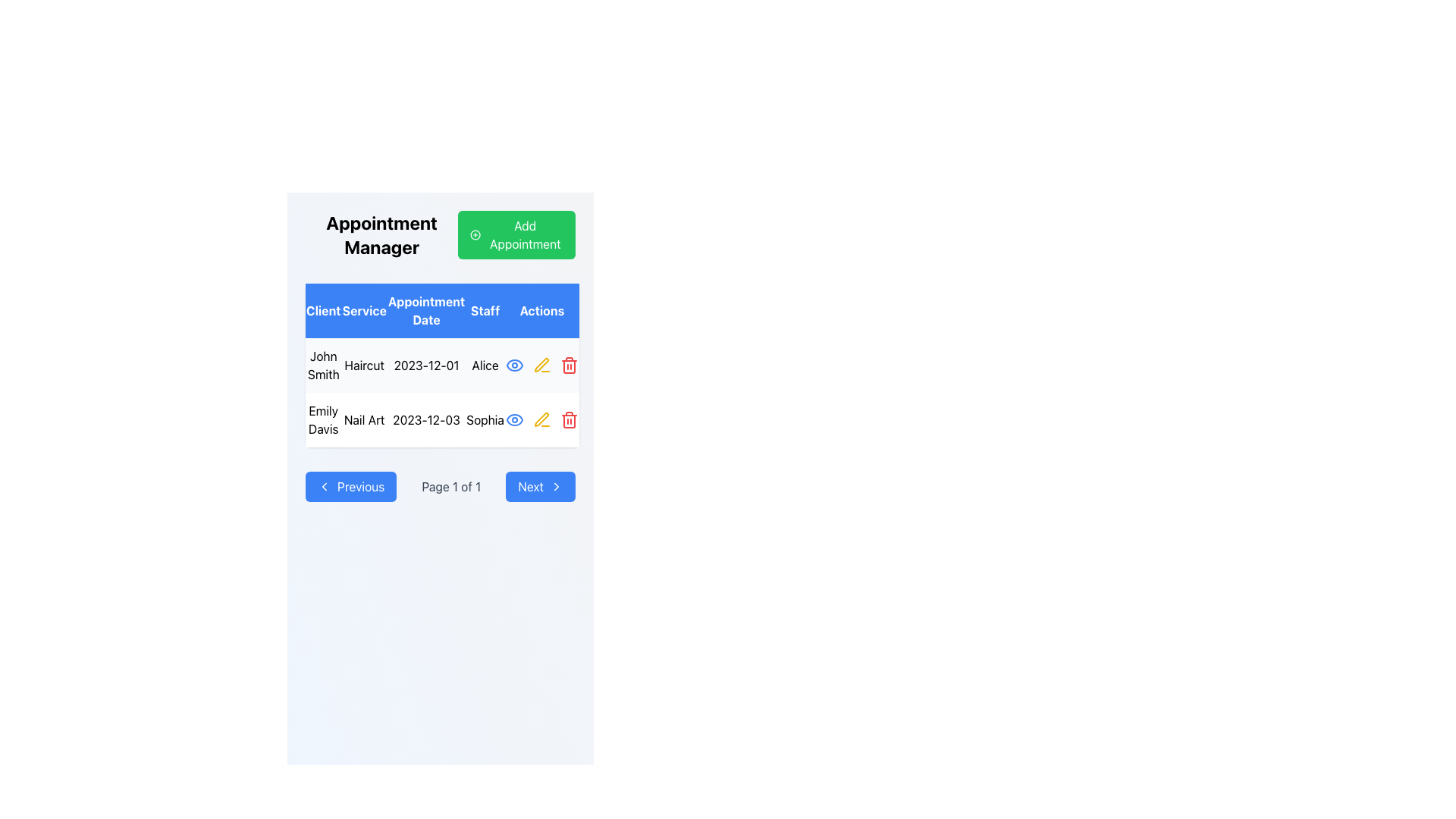  I want to click on date displayed in the Text Display under the 'Appointment Date' column, located in the second row of the table, between 'Haircut' and 'Alice', so click(425, 366).